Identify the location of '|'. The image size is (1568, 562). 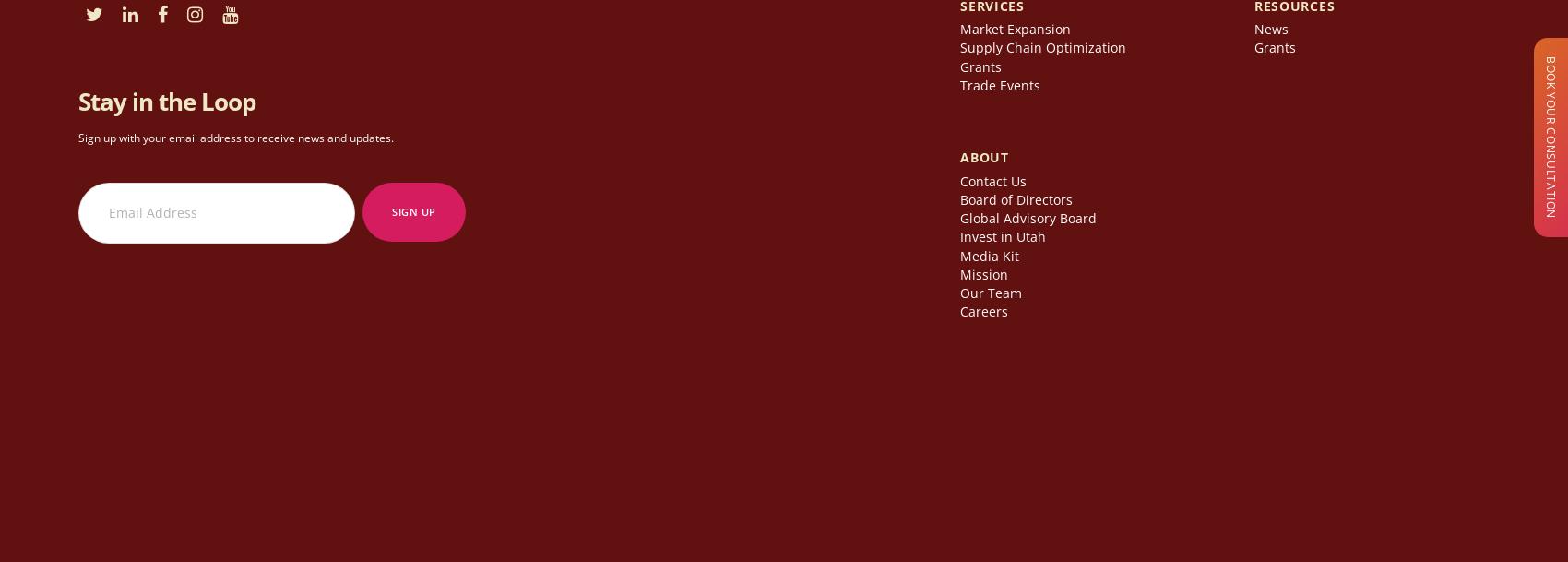
(376, 376).